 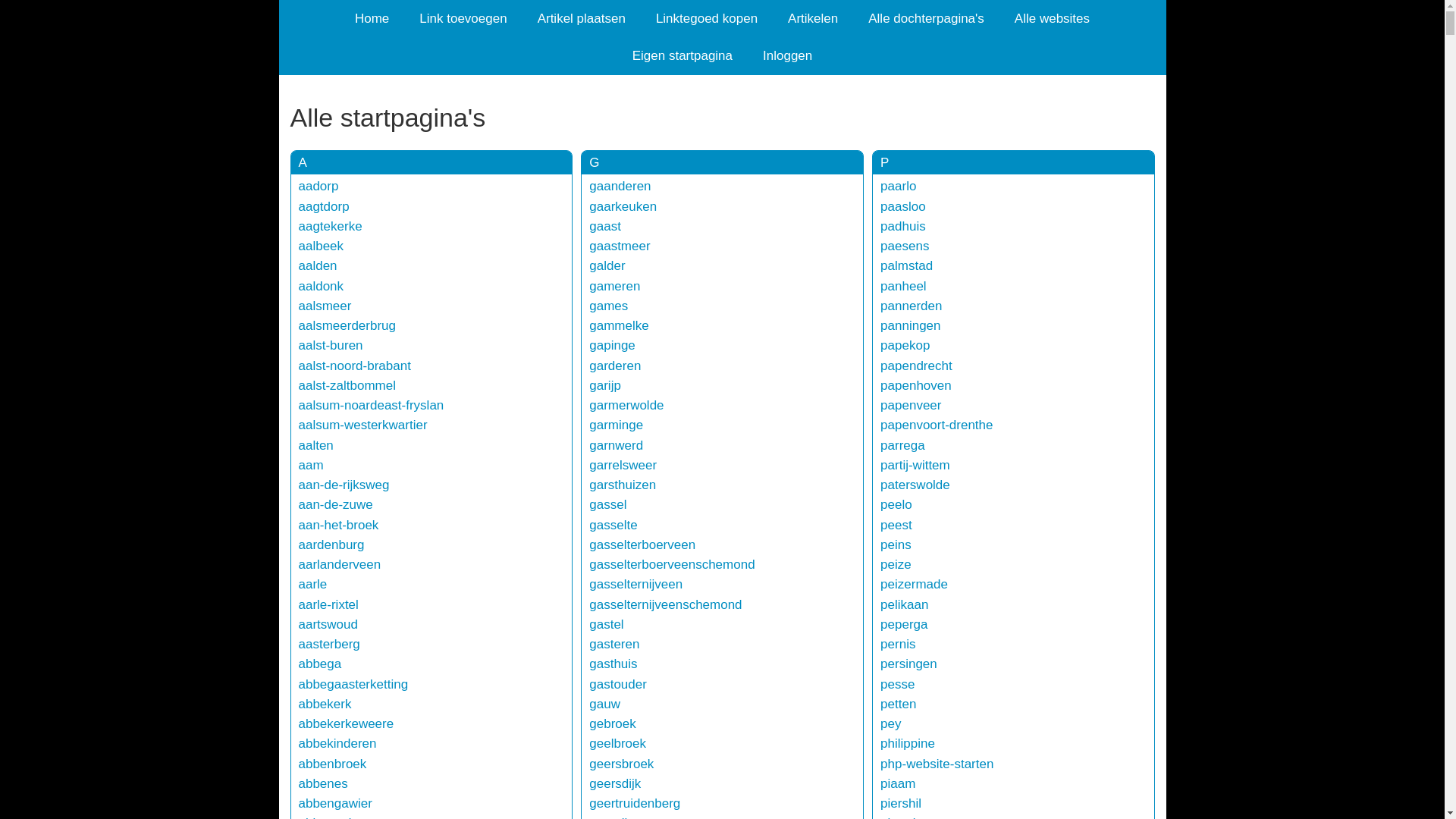 What do you see at coordinates (298, 644) in the screenshot?
I see `'aasterberg'` at bounding box center [298, 644].